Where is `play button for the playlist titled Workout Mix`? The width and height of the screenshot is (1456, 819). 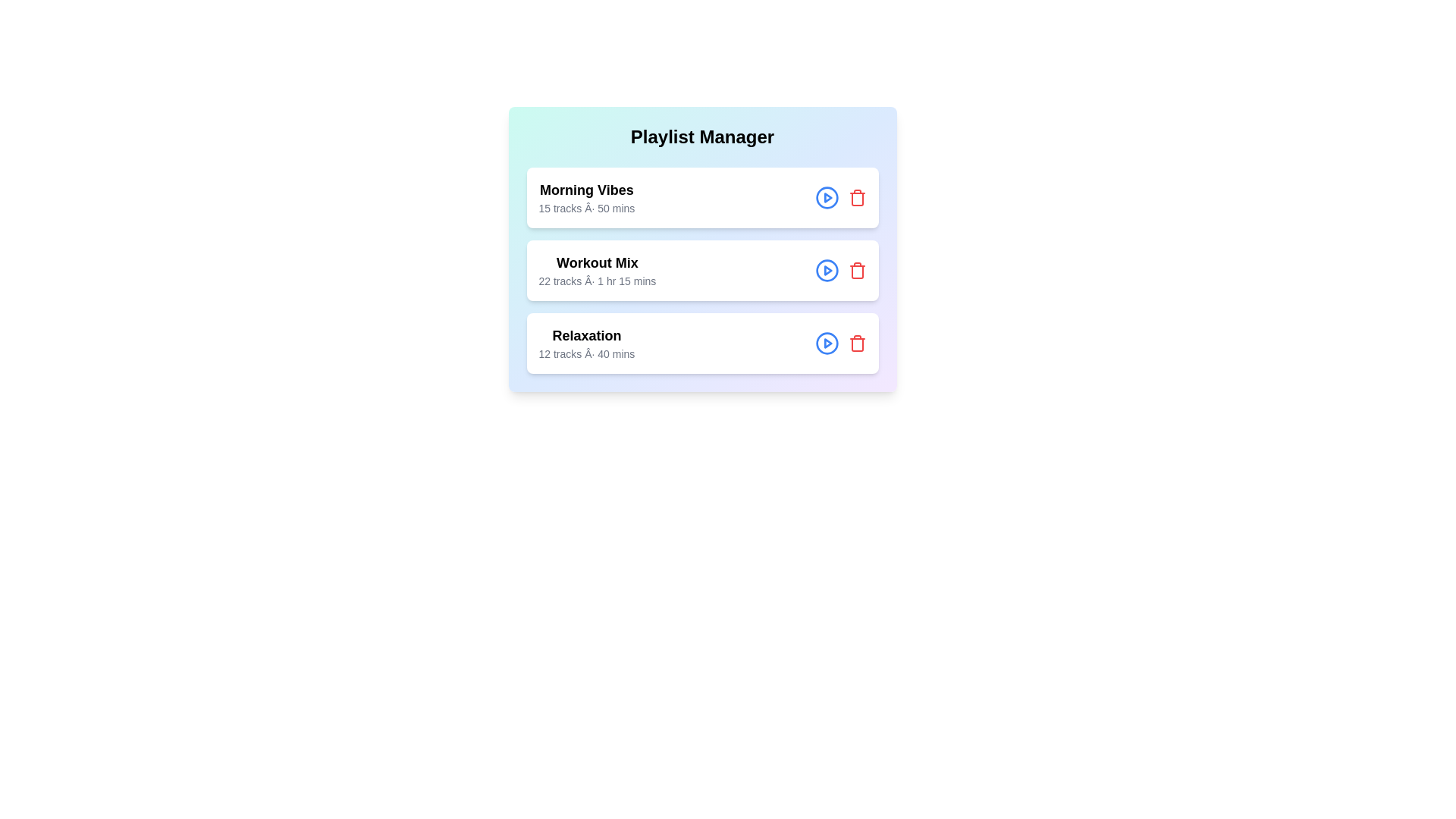 play button for the playlist titled Workout Mix is located at coordinates (826, 270).